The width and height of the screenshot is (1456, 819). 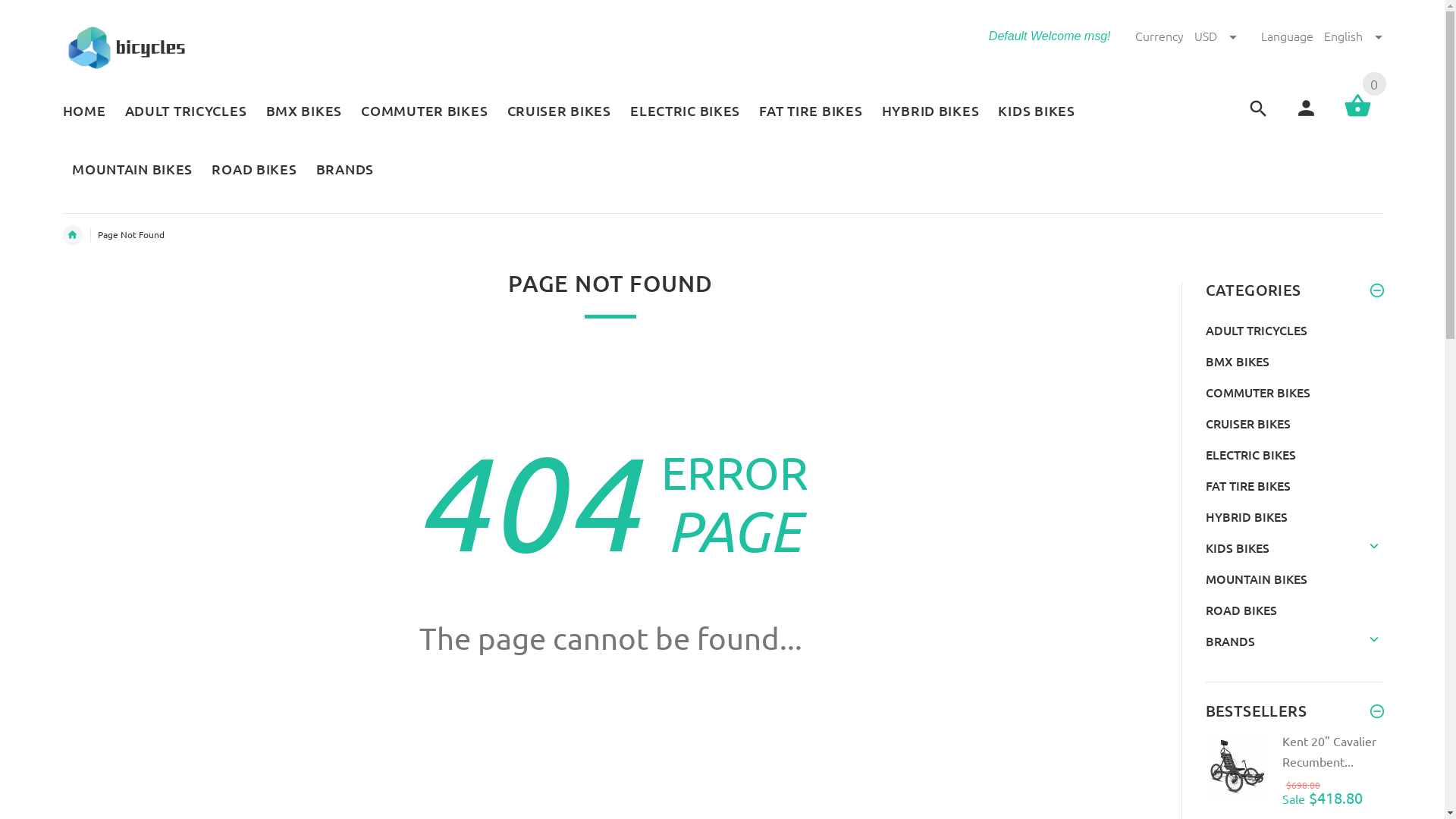 What do you see at coordinates (1353, 34) in the screenshot?
I see `'English'` at bounding box center [1353, 34].